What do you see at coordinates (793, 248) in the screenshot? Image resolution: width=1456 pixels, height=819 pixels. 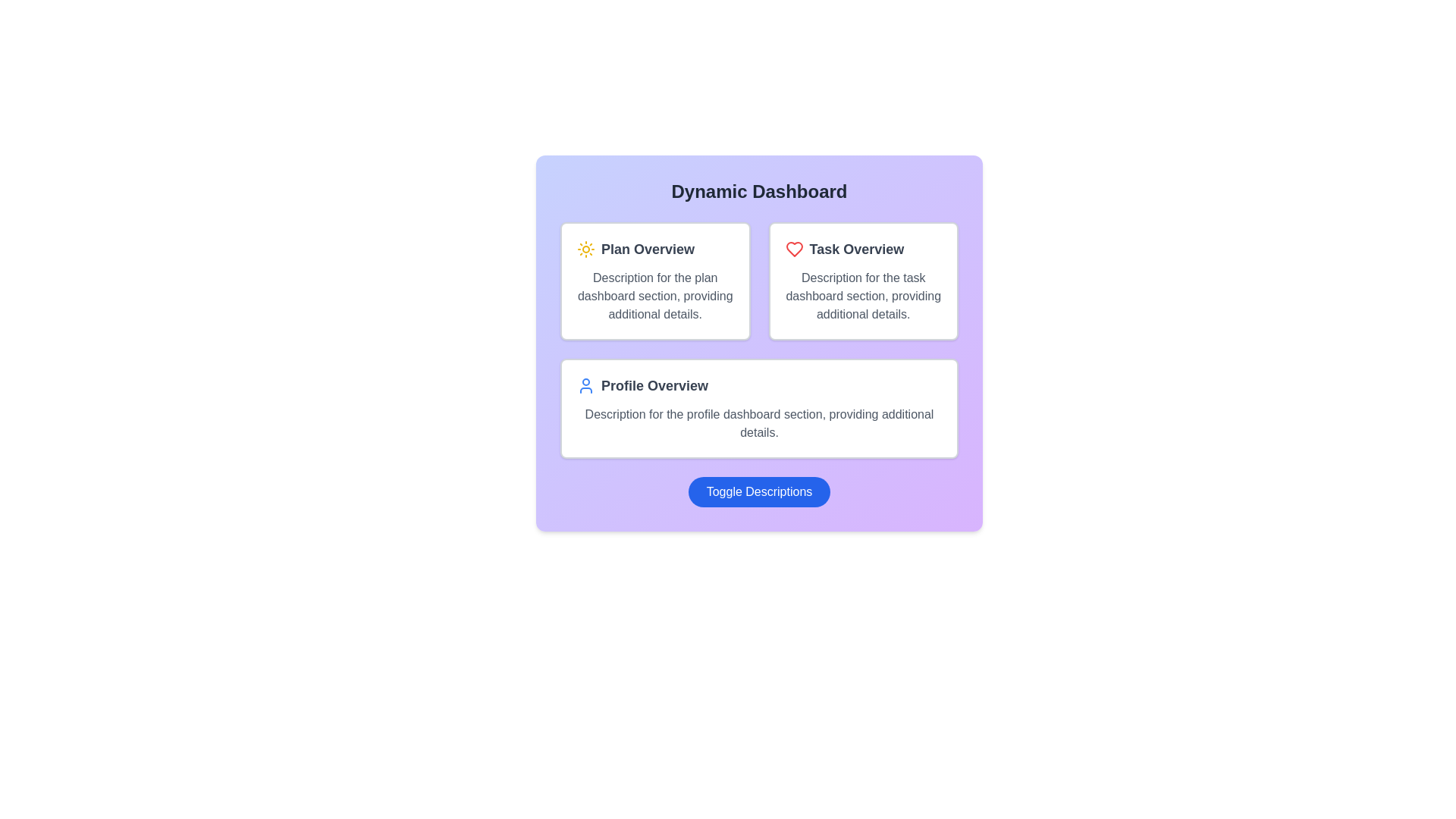 I see `the favorite icon located in the 'Task Overview' section, positioned beside its title, to mark it as favorite` at bounding box center [793, 248].